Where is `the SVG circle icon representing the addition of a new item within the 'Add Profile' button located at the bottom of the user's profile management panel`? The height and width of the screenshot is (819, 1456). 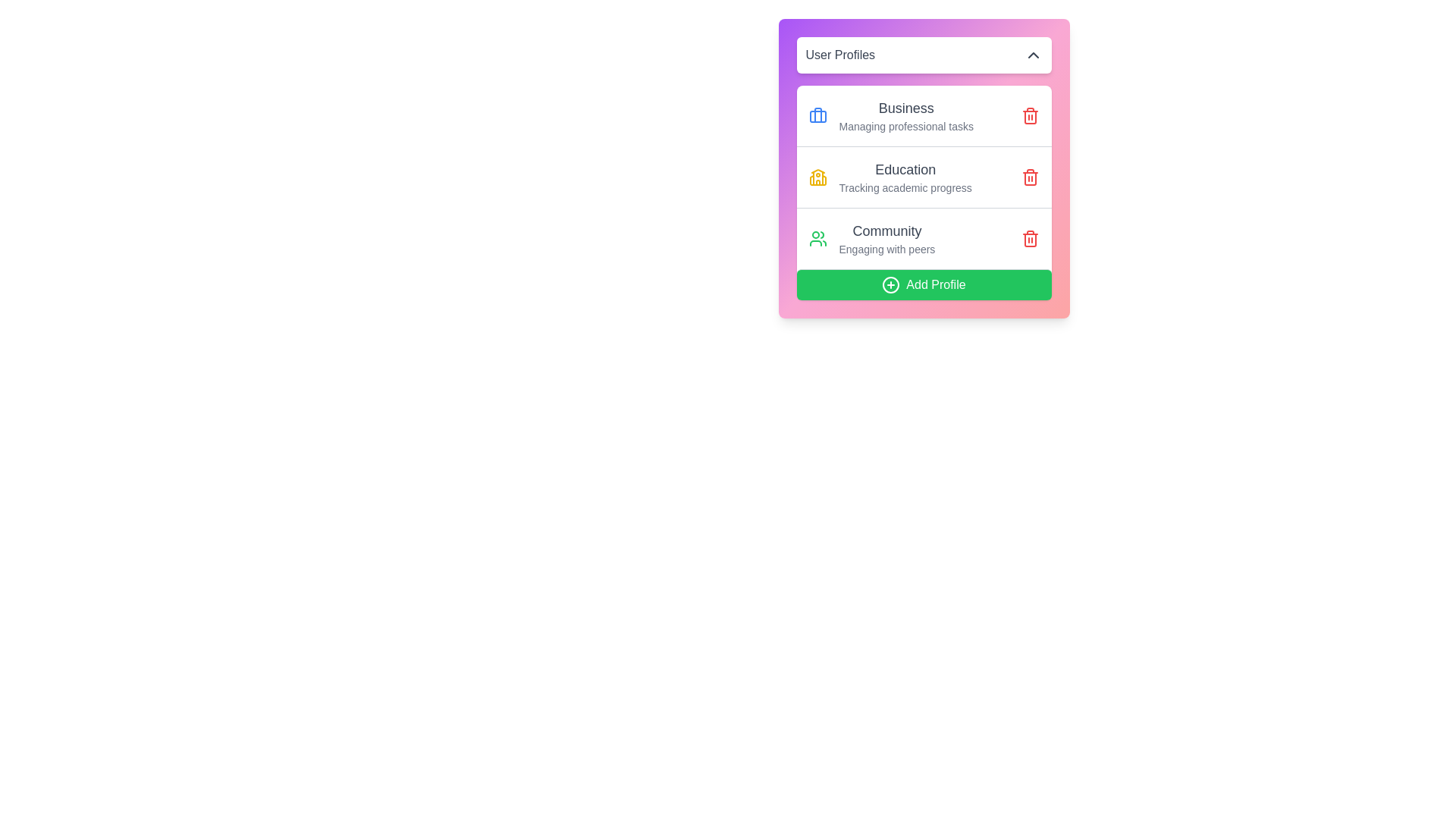 the SVG circle icon representing the addition of a new item within the 'Add Profile' button located at the bottom of the user's profile management panel is located at coordinates (891, 284).